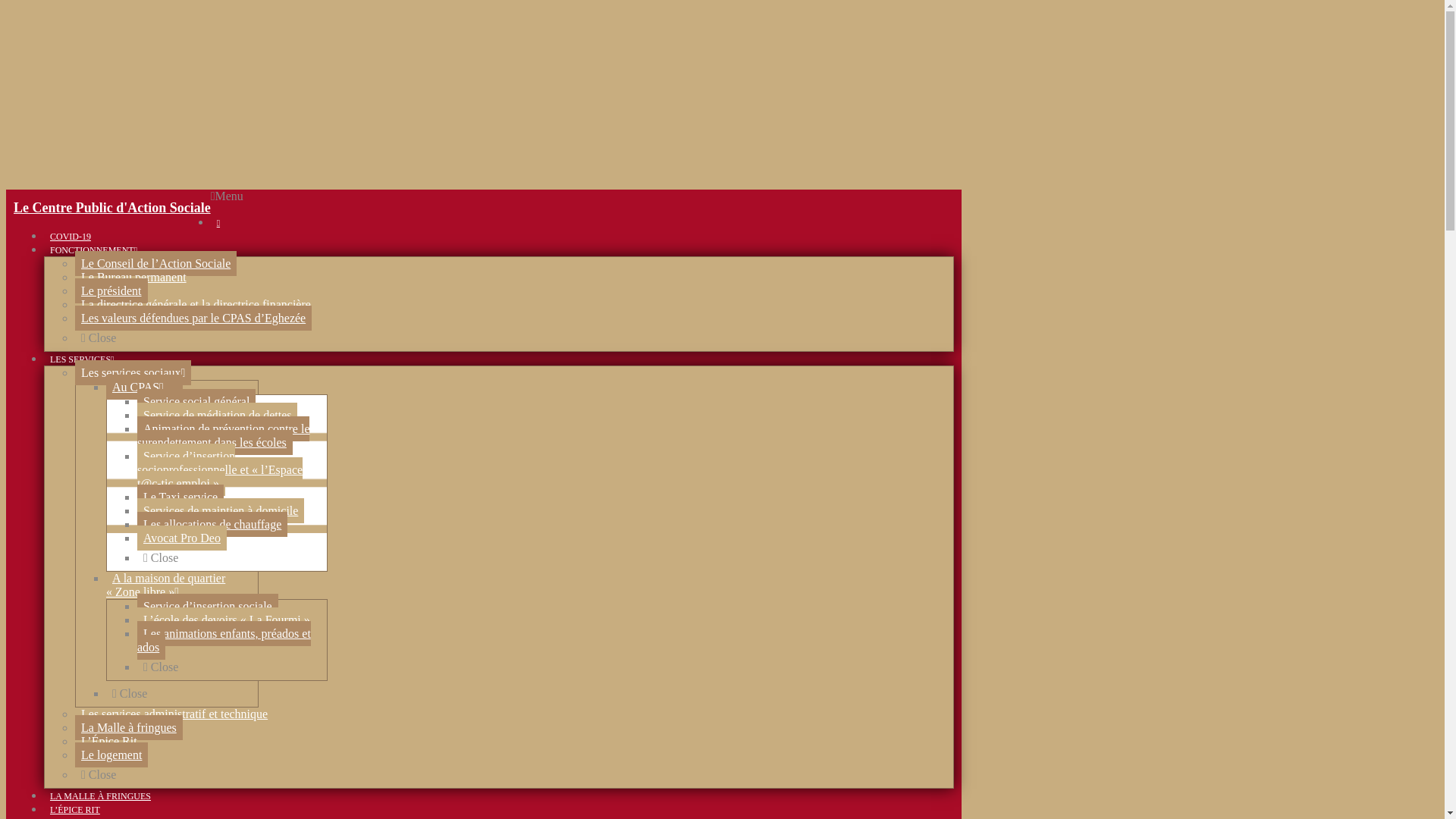  What do you see at coordinates (133, 277) in the screenshot?
I see `'Le Bureau permanent'` at bounding box center [133, 277].